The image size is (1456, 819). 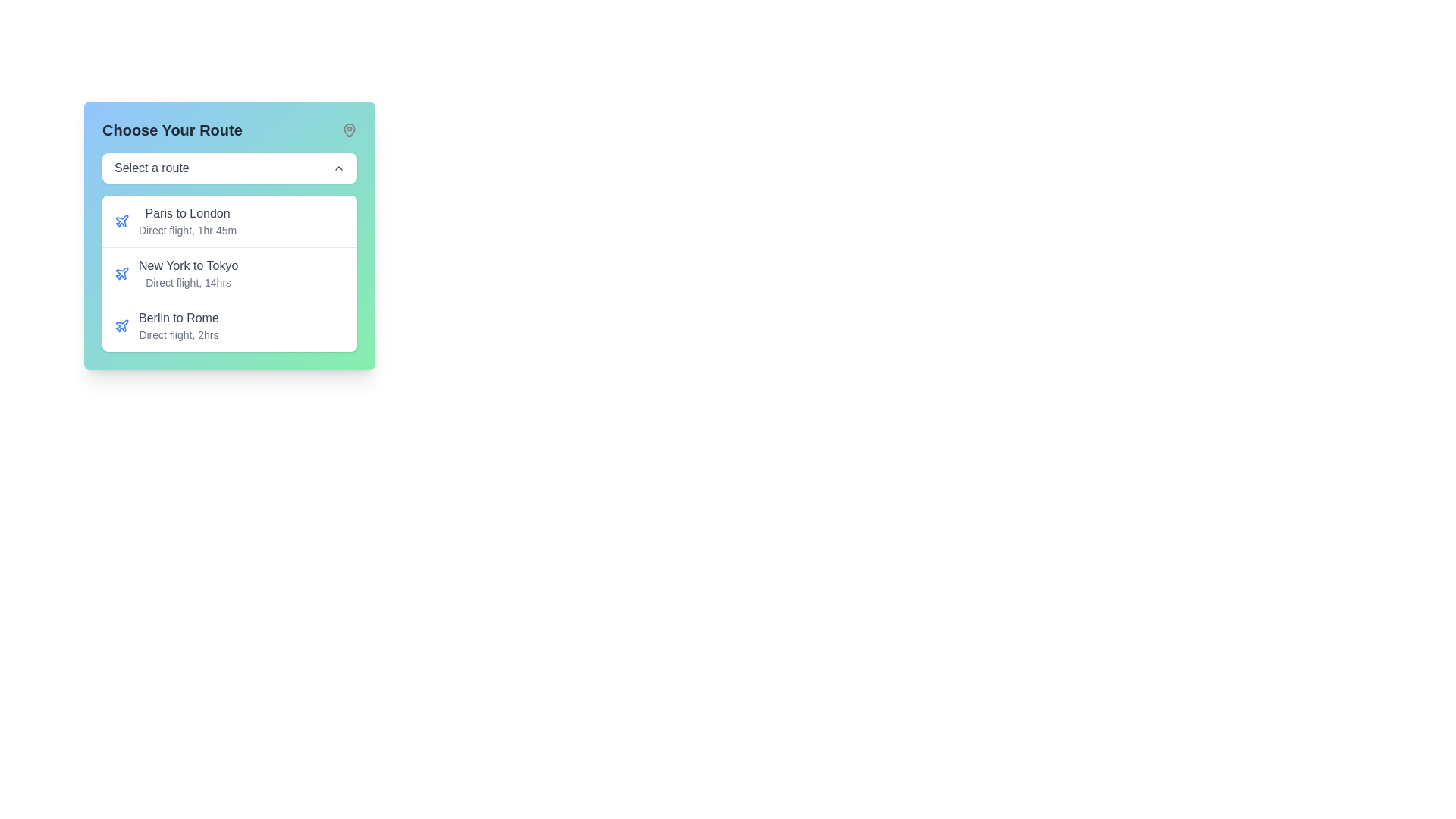 I want to click on the first list item displaying the travel route information 'Paris to London', so click(x=175, y=221).